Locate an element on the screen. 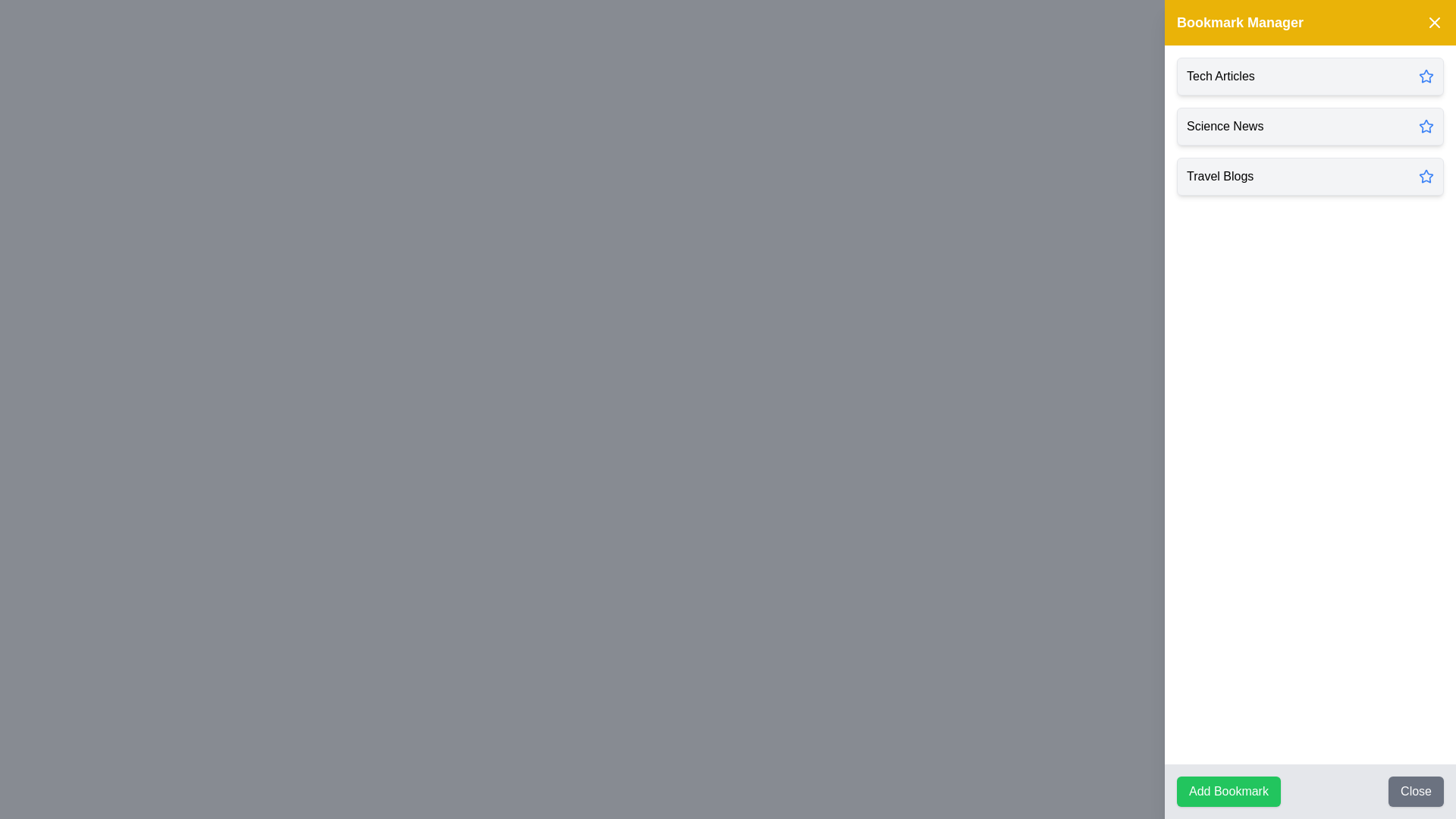  the first star-shaped icon with a blue outline located adjacent to the 'Tech Articles' label in the Bookmark Manager is located at coordinates (1426, 76).